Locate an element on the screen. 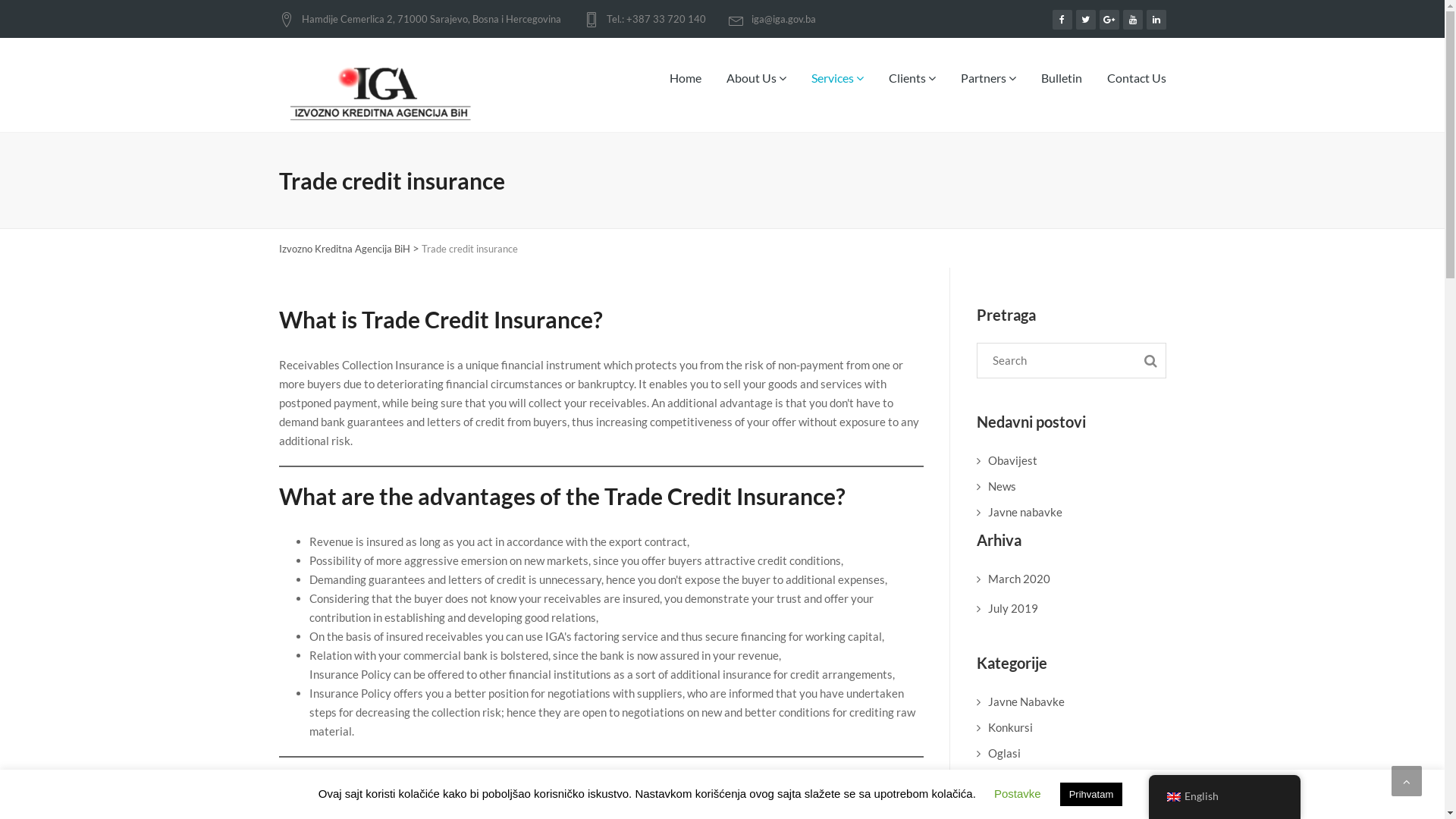 The height and width of the screenshot is (819, 1456). 'Konkursi' is located at coordinates (1009, 726).